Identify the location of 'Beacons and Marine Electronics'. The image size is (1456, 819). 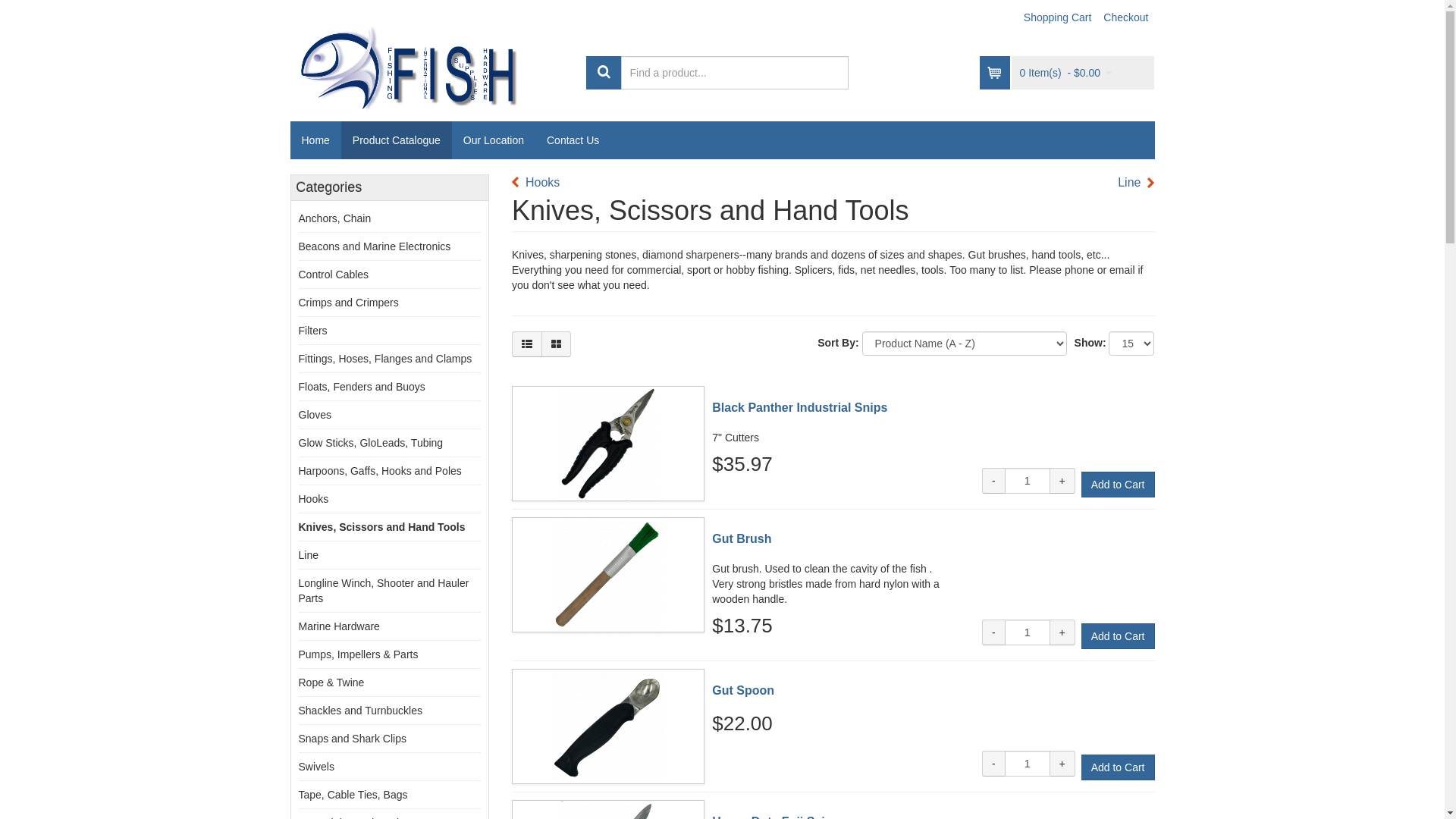
(375, 245).